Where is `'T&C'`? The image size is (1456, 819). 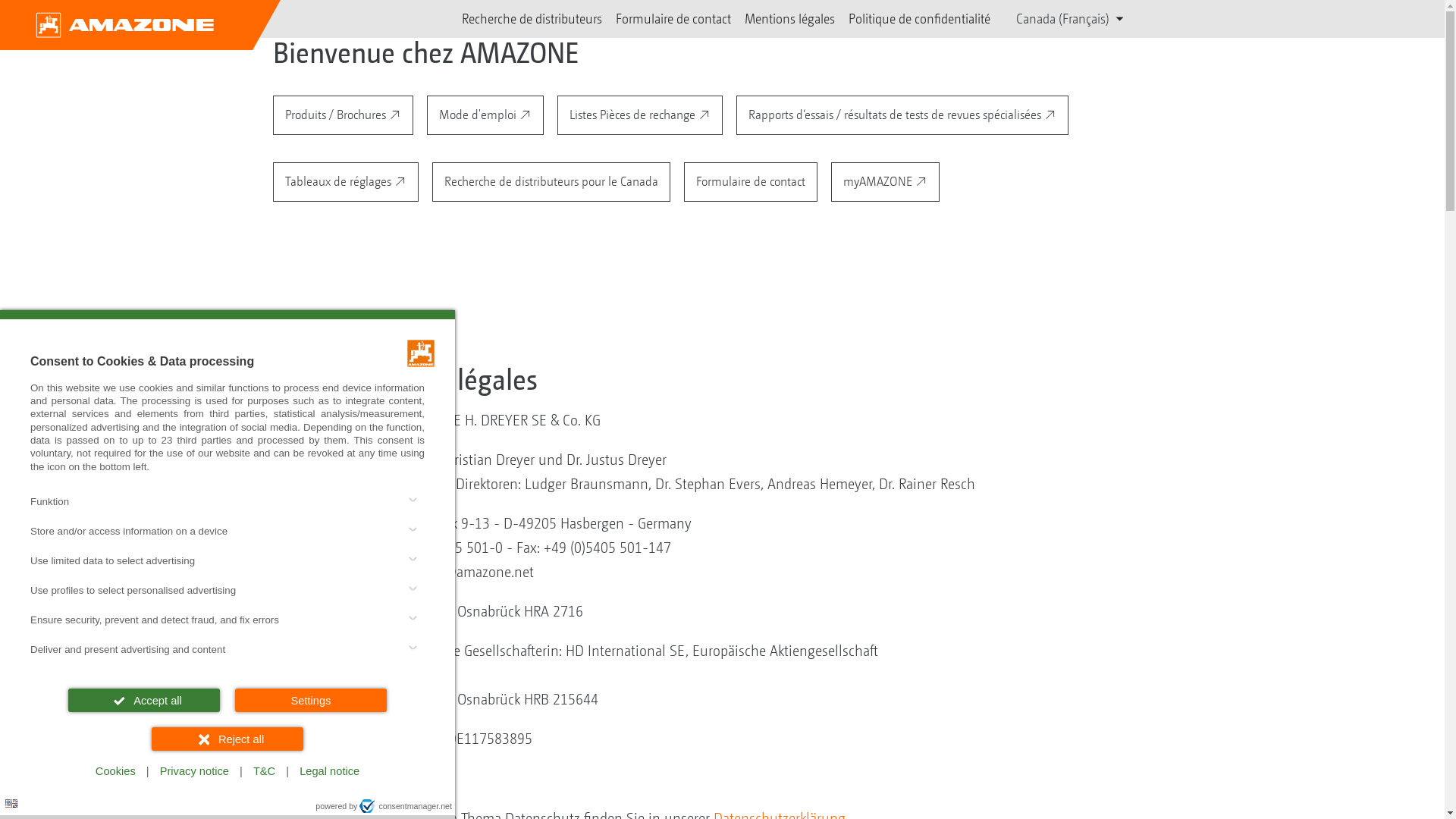
'T&C' is located at coordinates (264, 771).